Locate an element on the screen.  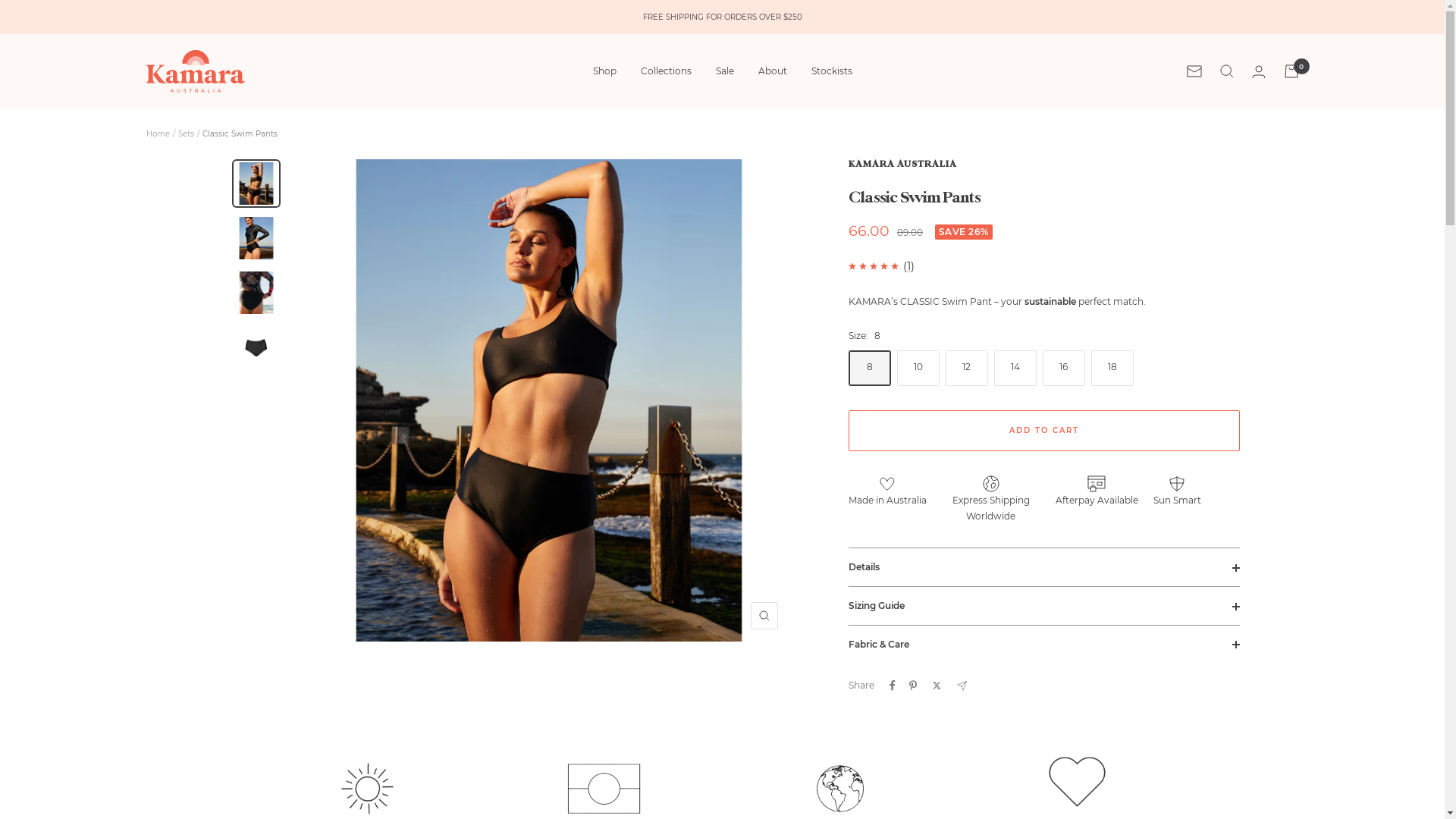
'KAMARA AUSTRALIA' is located at coordinates (902, 164).